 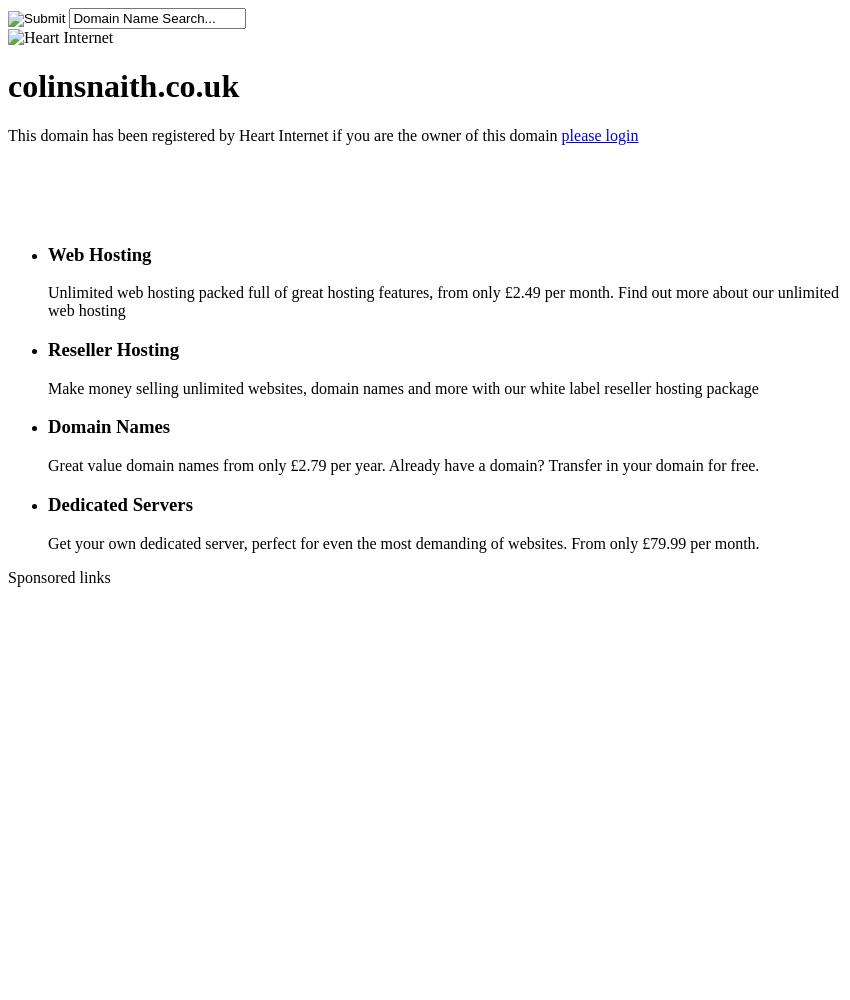 I want to click on 'Web Hosting', so click(x=48, y=253).